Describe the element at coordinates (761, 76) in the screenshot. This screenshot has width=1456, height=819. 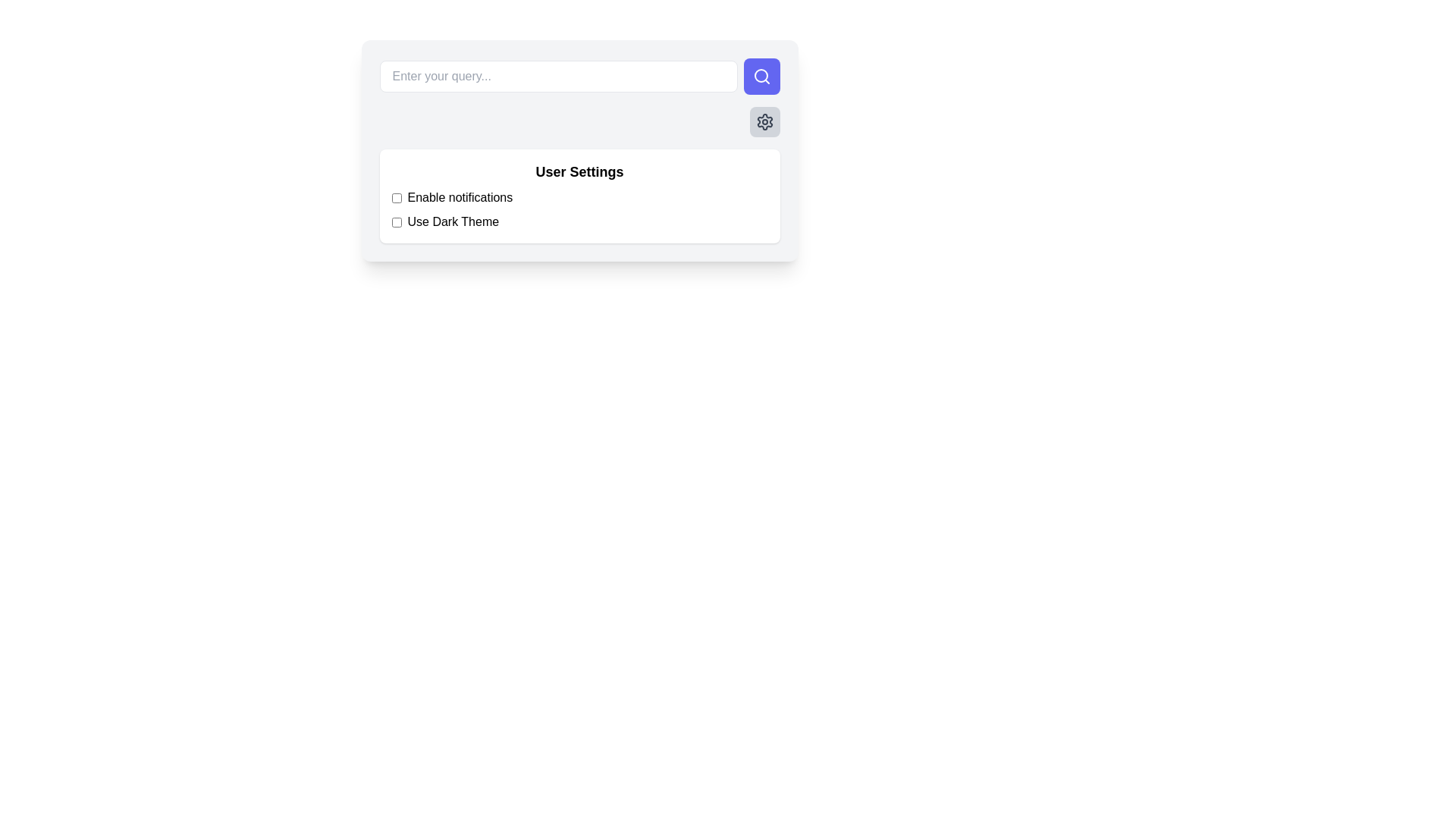
I see `the circular part of the magnifying glass icon, which is the central element of the search icon located in the top-right corner of the interface` at that location.